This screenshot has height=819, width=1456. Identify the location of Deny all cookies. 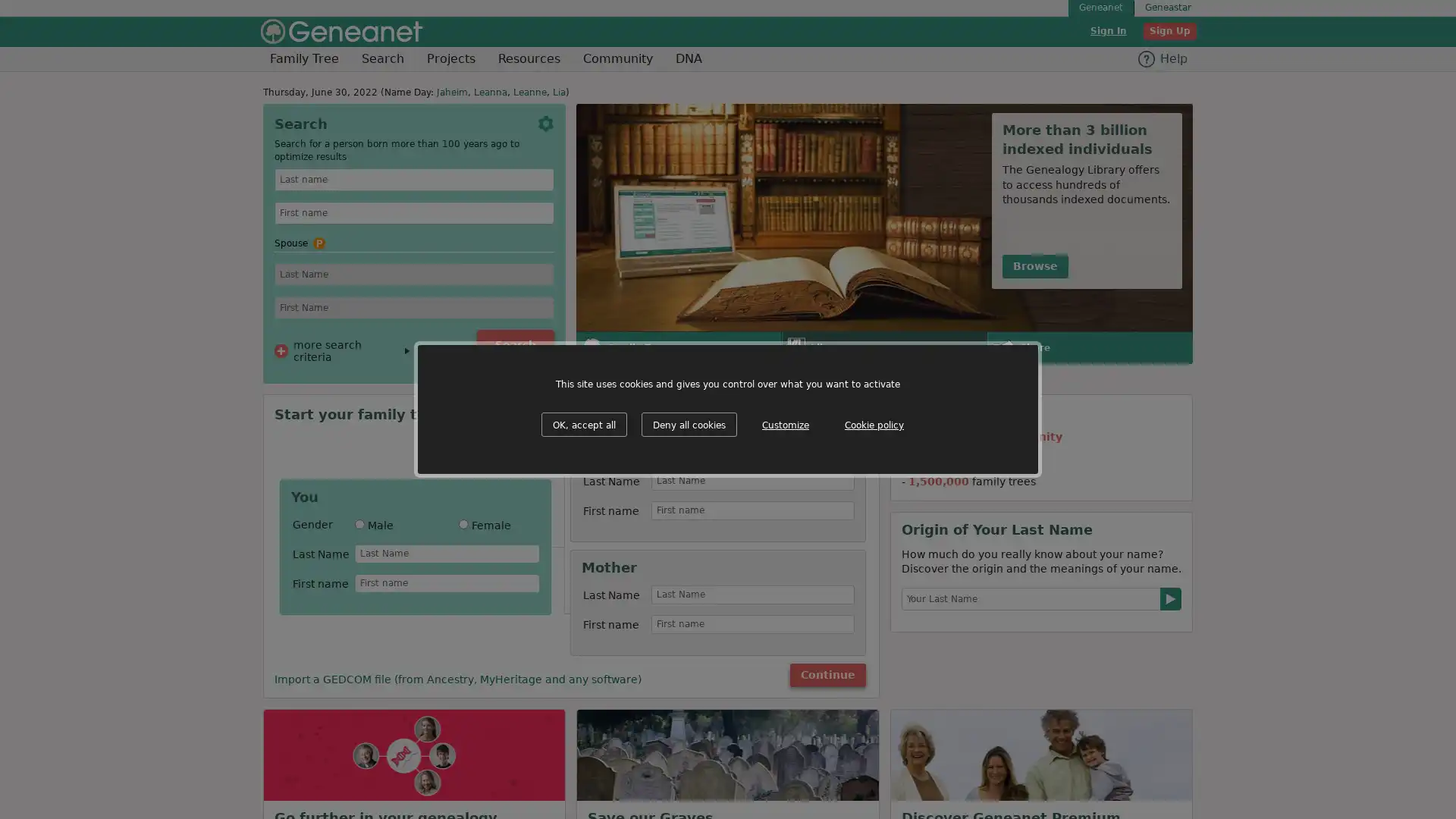
(688, 424).